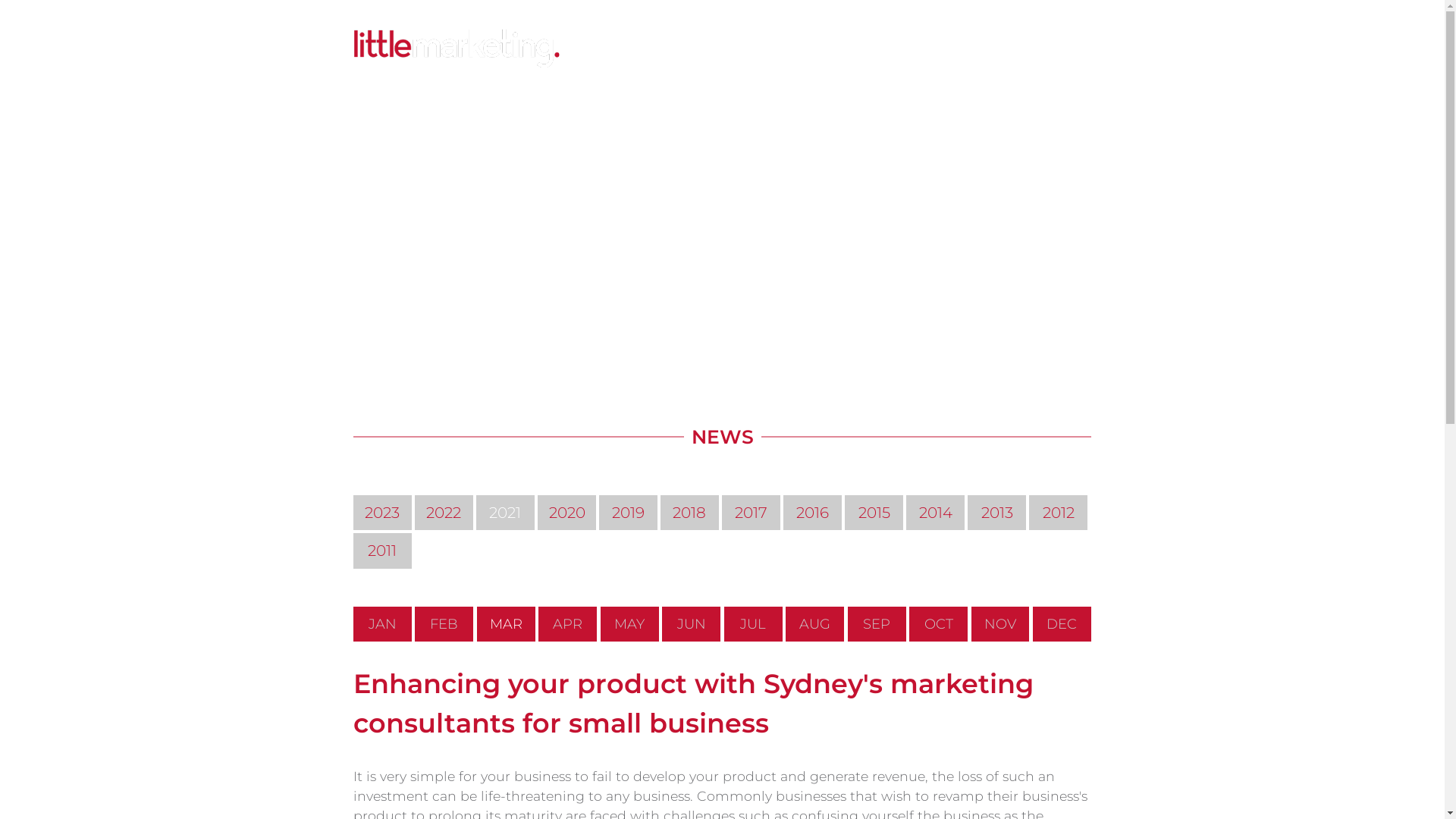 The image size is (1456, 819). I want to click on 'APR', so click(566, 623).